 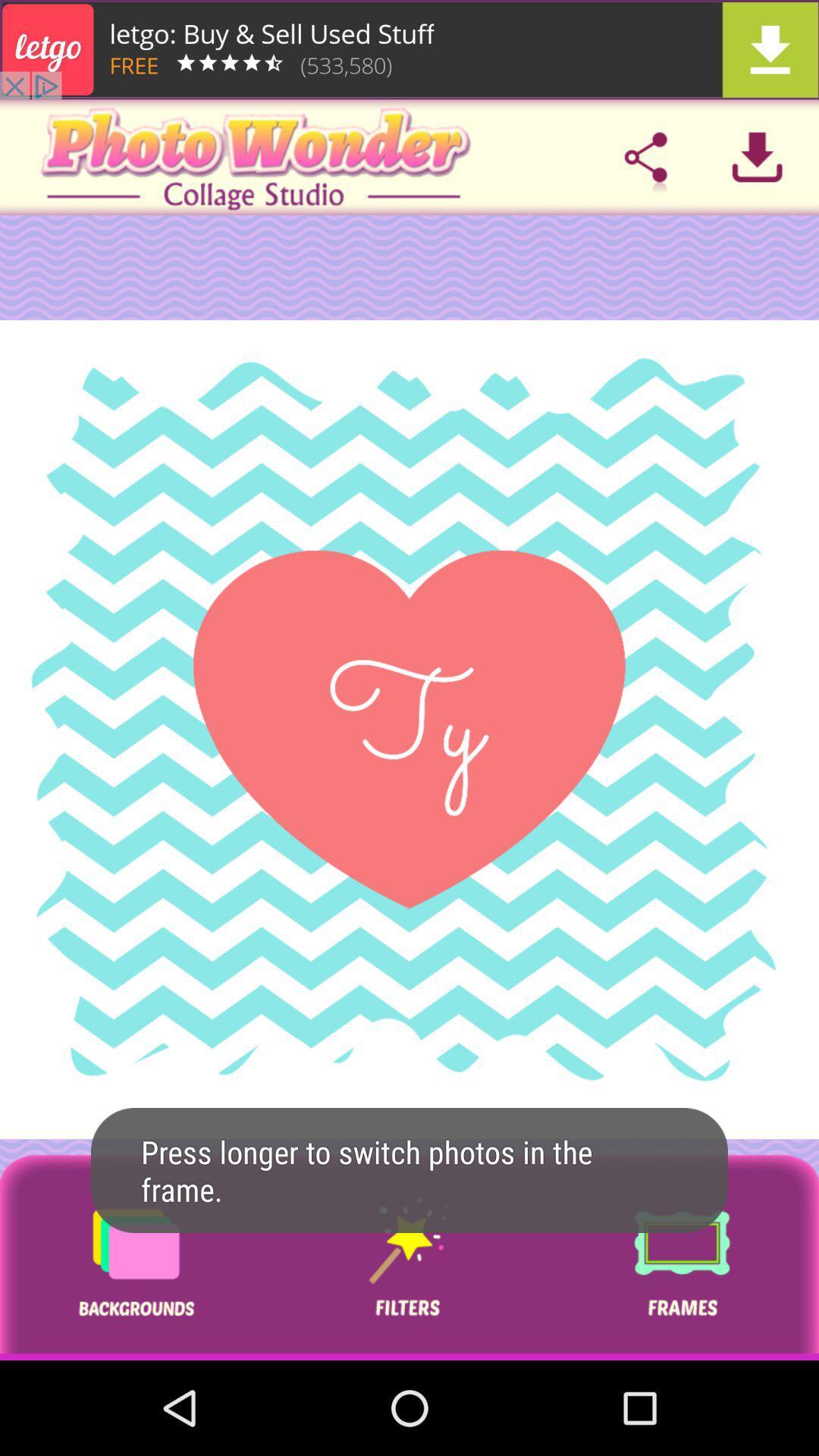 I want to click on button for filter options, so click(x=408, y=1257).